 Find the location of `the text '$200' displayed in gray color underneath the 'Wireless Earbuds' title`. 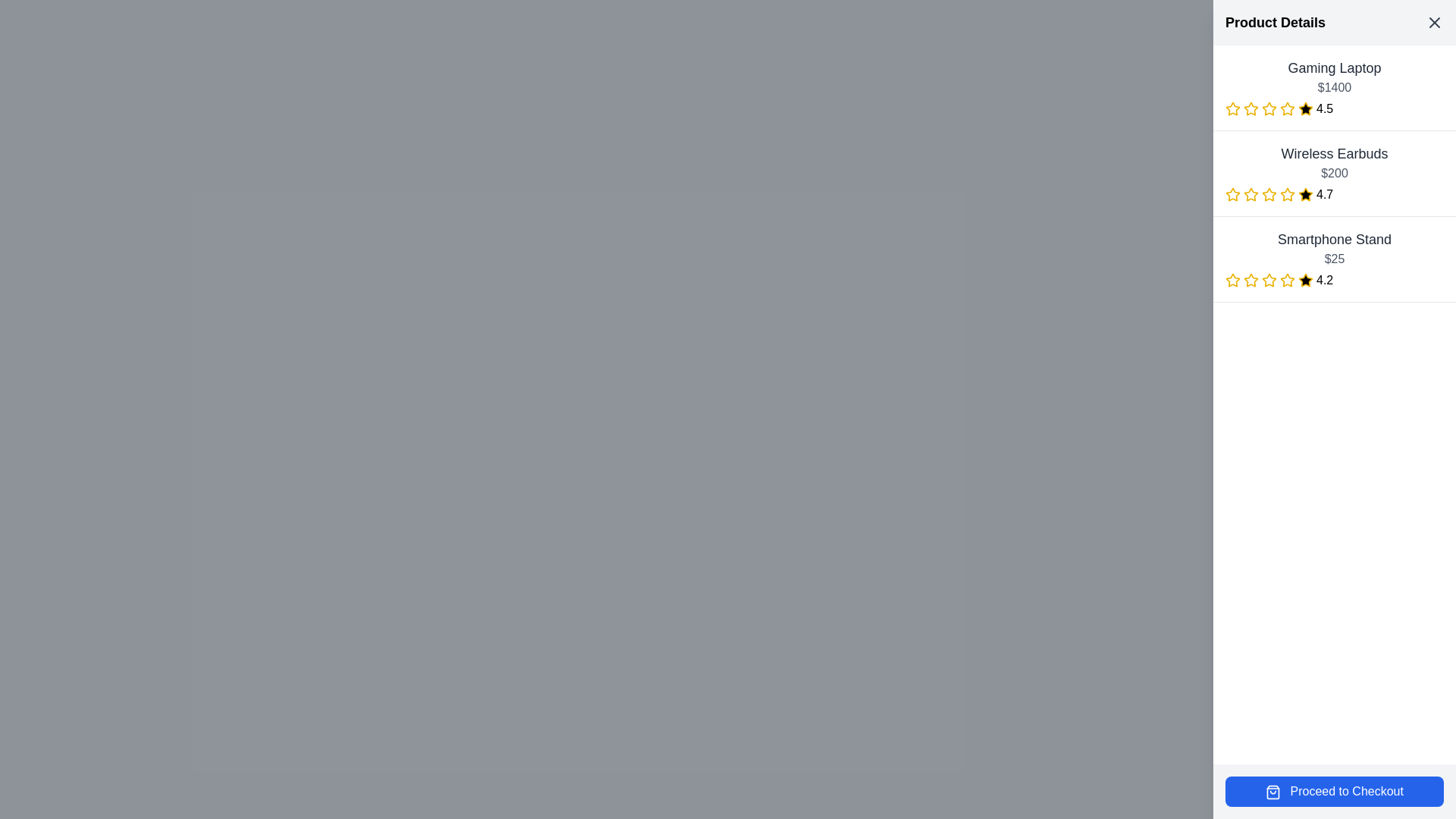

the text '$200' displayed in gray color underneath the 'Wireless Earbuds' title is located at coordinates (1335, 172).